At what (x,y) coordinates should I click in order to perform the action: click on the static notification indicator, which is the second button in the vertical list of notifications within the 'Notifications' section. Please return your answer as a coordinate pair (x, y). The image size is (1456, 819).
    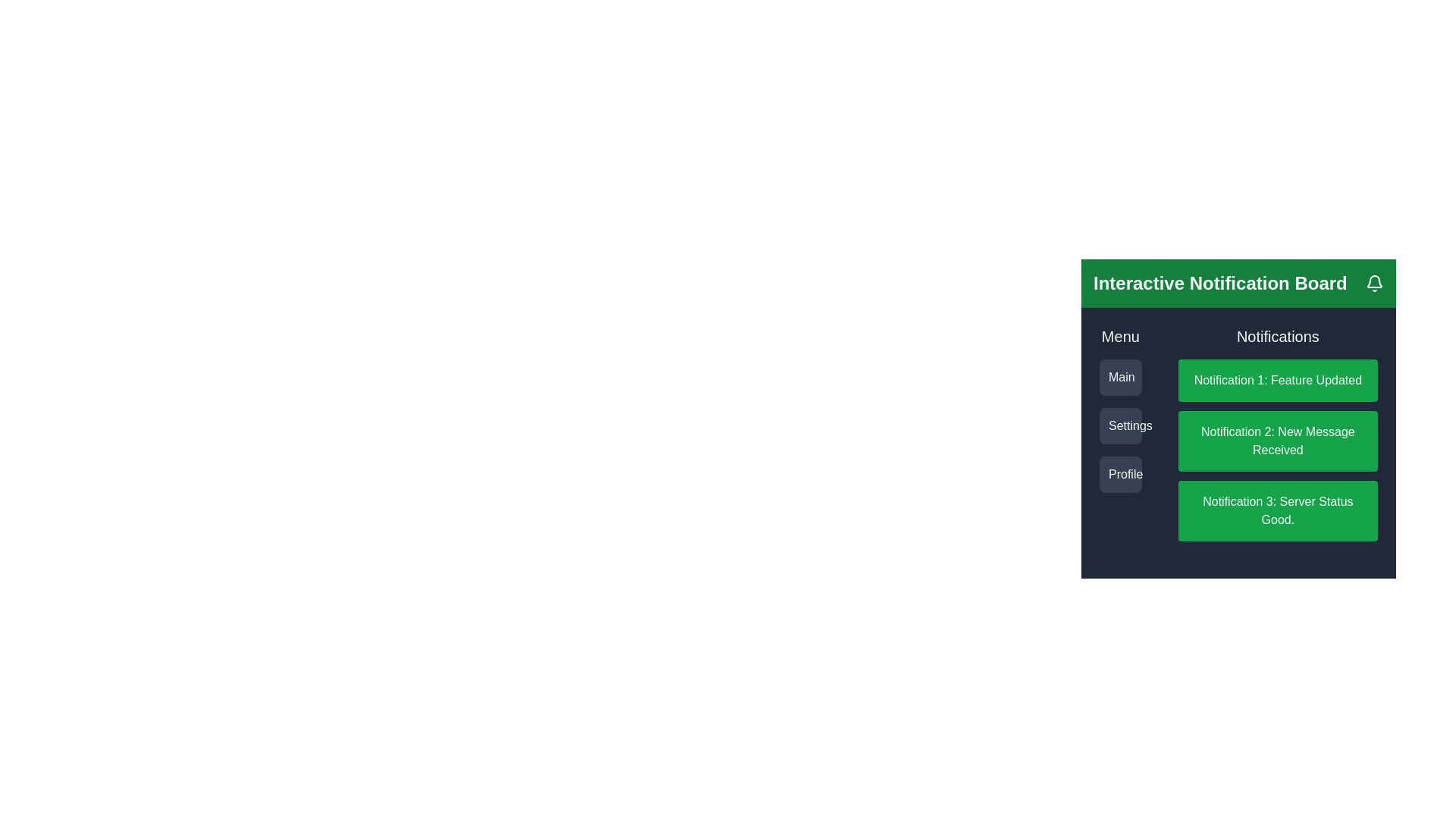
    Looking at the image, I should click on (1277, 441).